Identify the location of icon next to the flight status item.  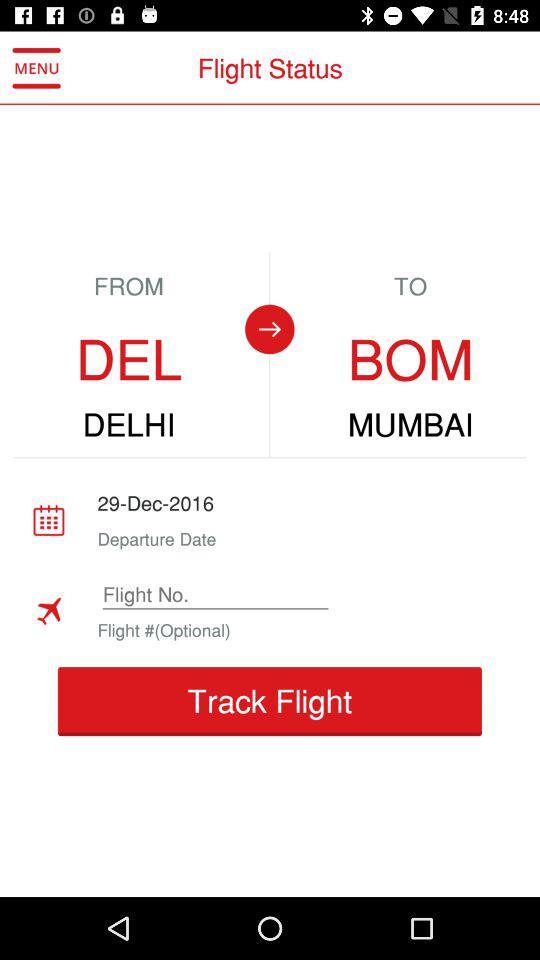
(36, 68).